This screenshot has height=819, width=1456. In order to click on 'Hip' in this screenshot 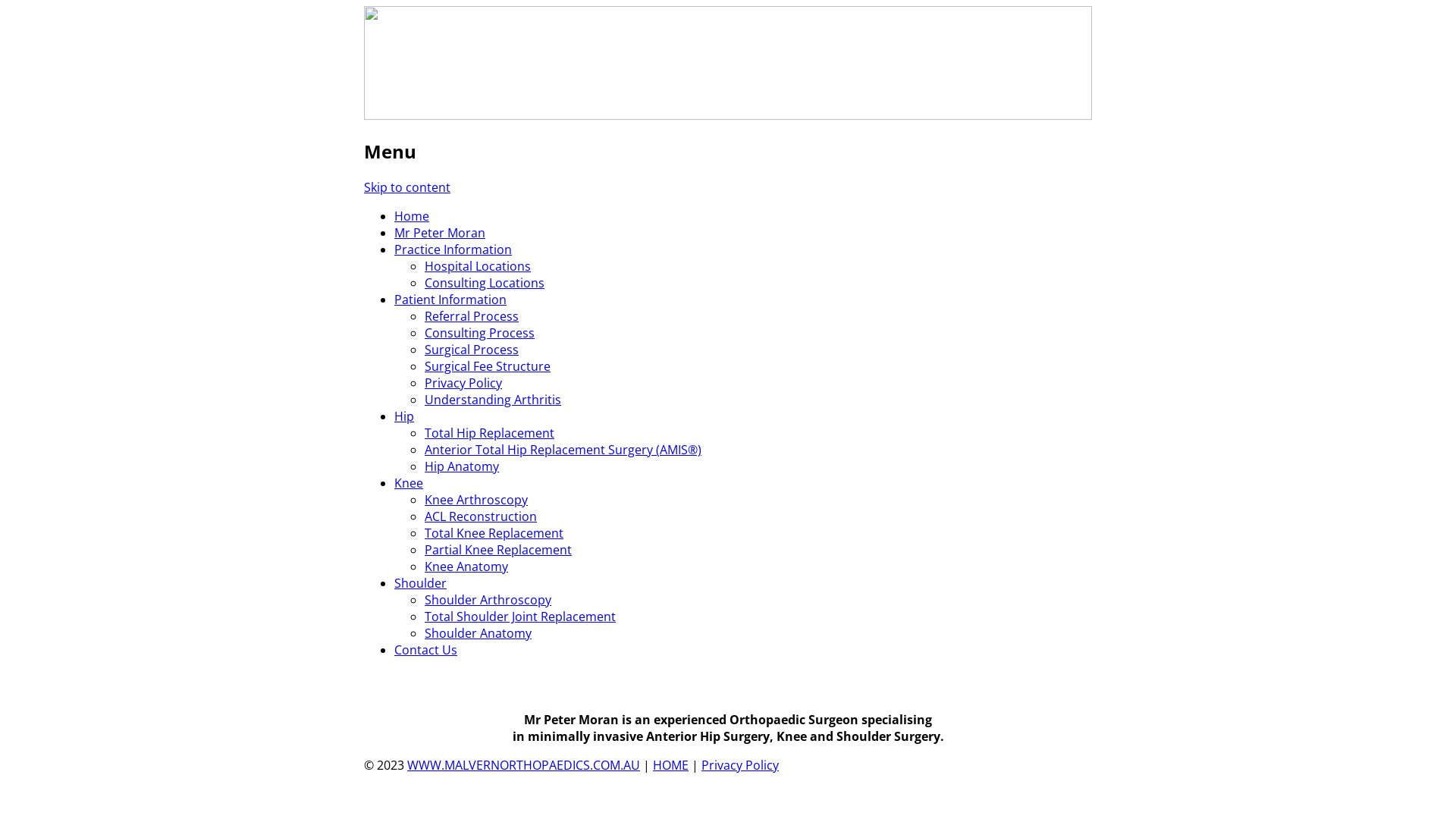, I will do `click(394, 416)`.